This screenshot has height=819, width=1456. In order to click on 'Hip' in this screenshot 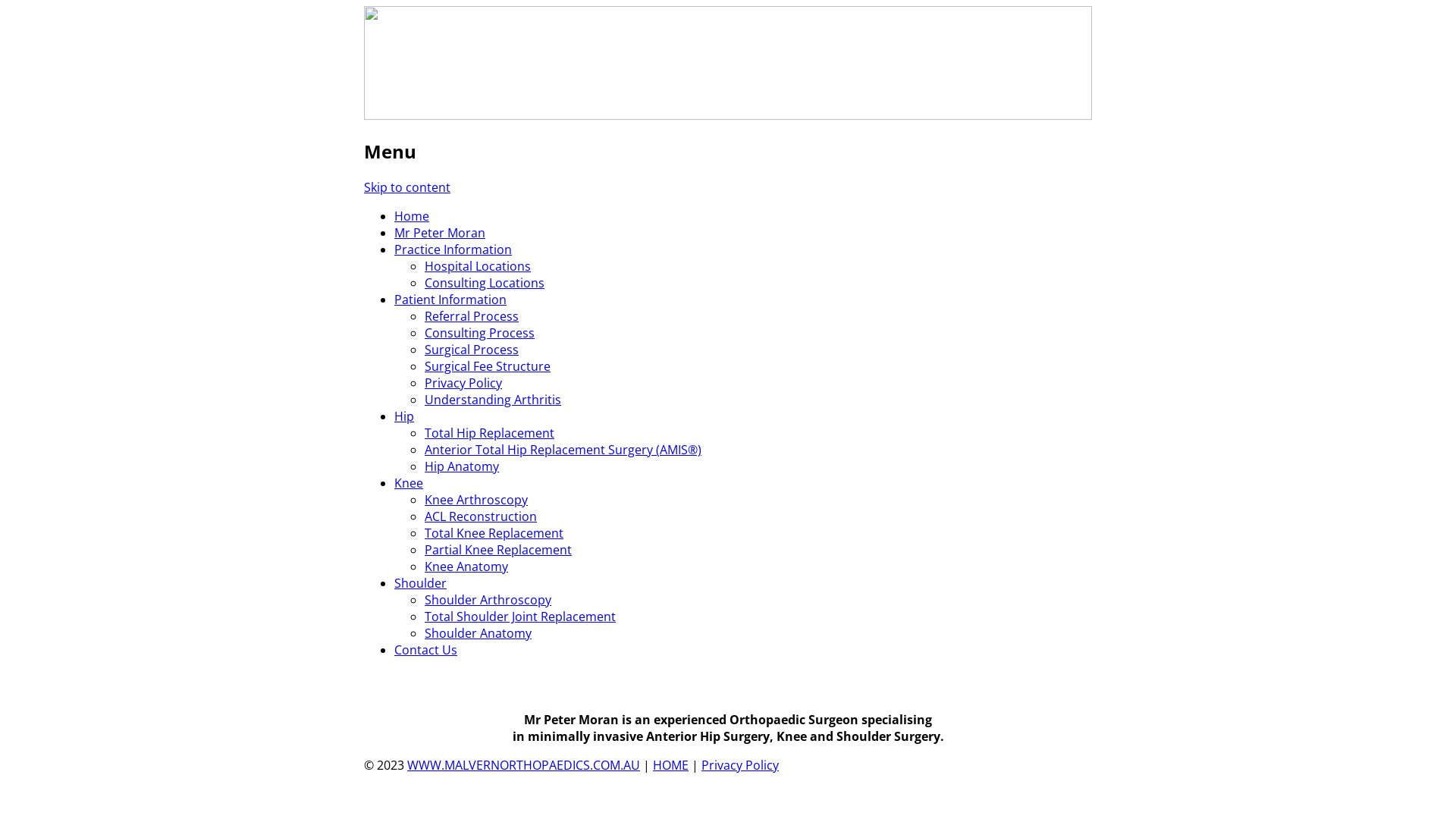, I will do `click(394, 416)`.